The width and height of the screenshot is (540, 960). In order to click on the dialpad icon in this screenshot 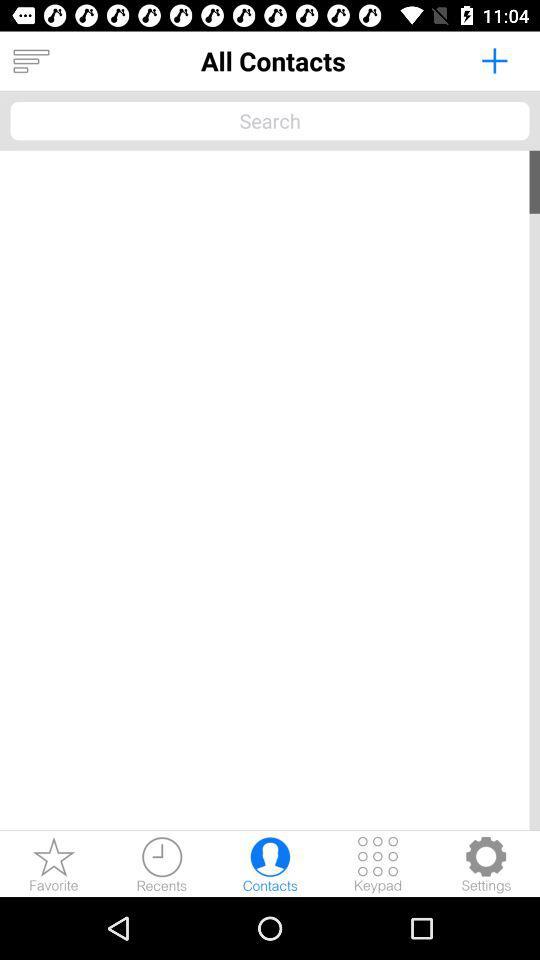, I will do `click(378, 863)`.